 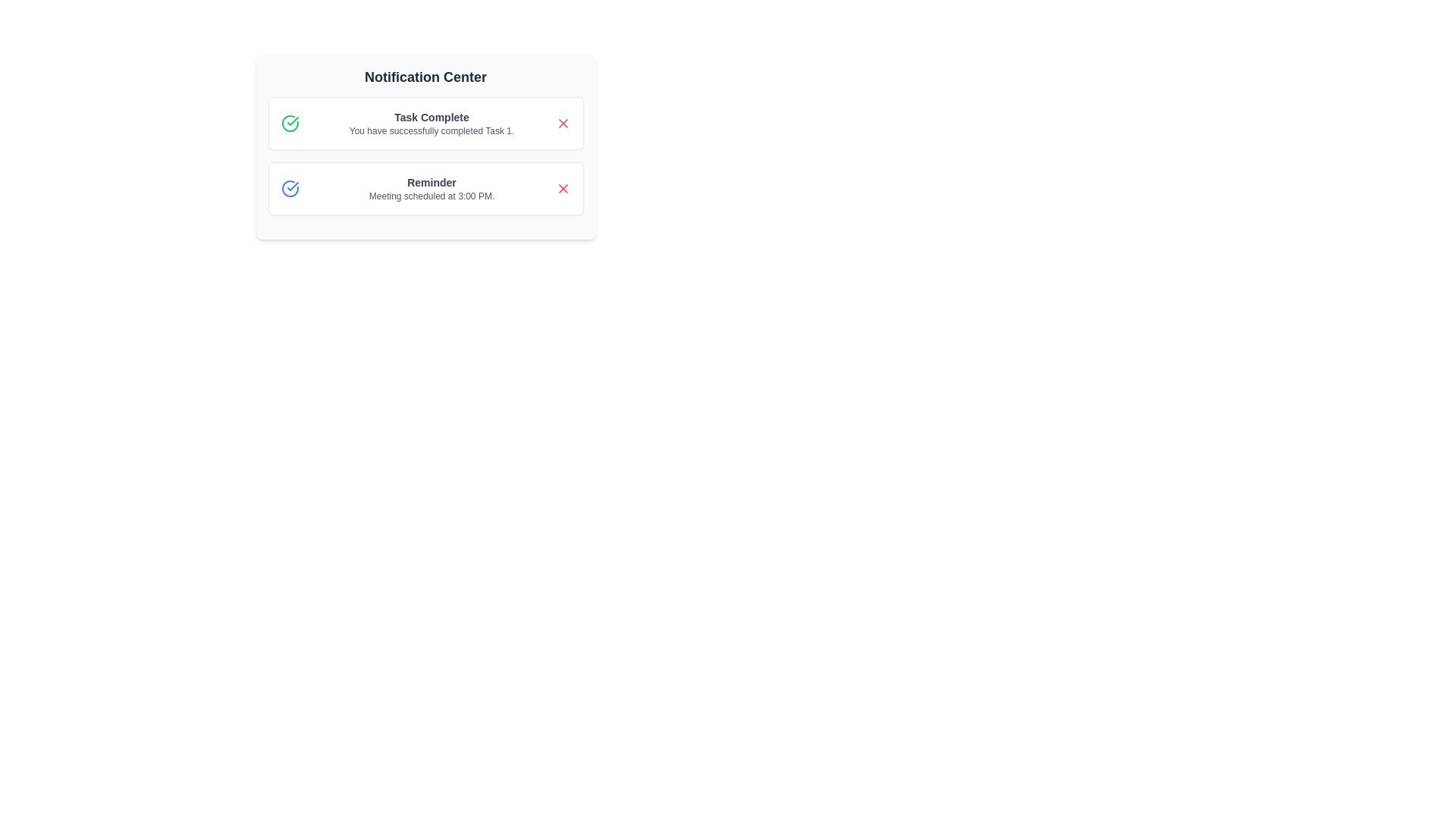 What do you see at coordinates (562, 188) in the screenshot?
I see `the red 'X' close button located at the top-right corner of the notification card containing the text 'Meeting scheduled at 3:00 PM.'` at bounding box center [562, 188].